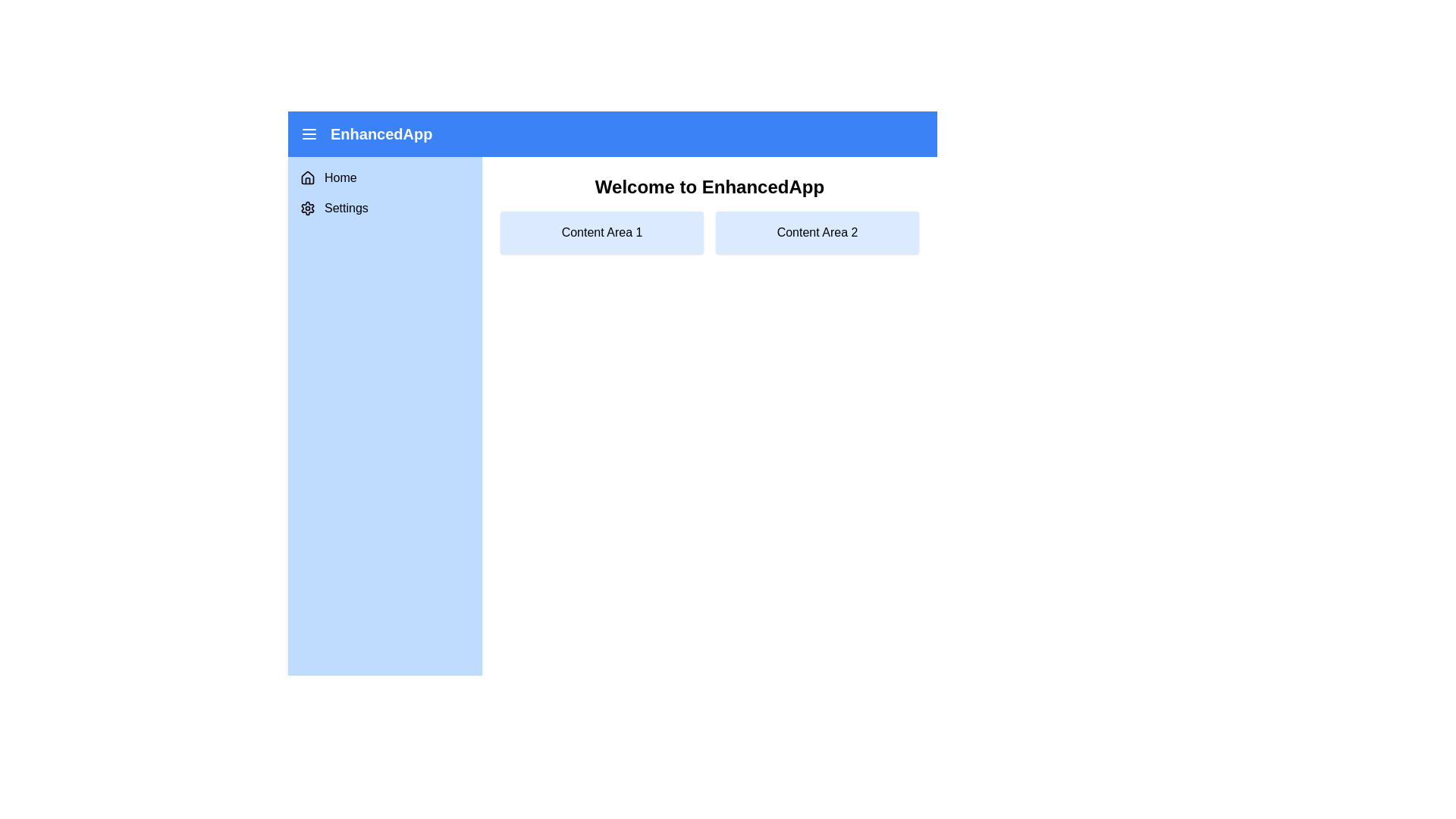 This screenshot has width=1456, height=819. I want to click on application title displayed as a header text located in the top navigation bar, positioned to the right of the hamburger menu icon, so click(381, 133).